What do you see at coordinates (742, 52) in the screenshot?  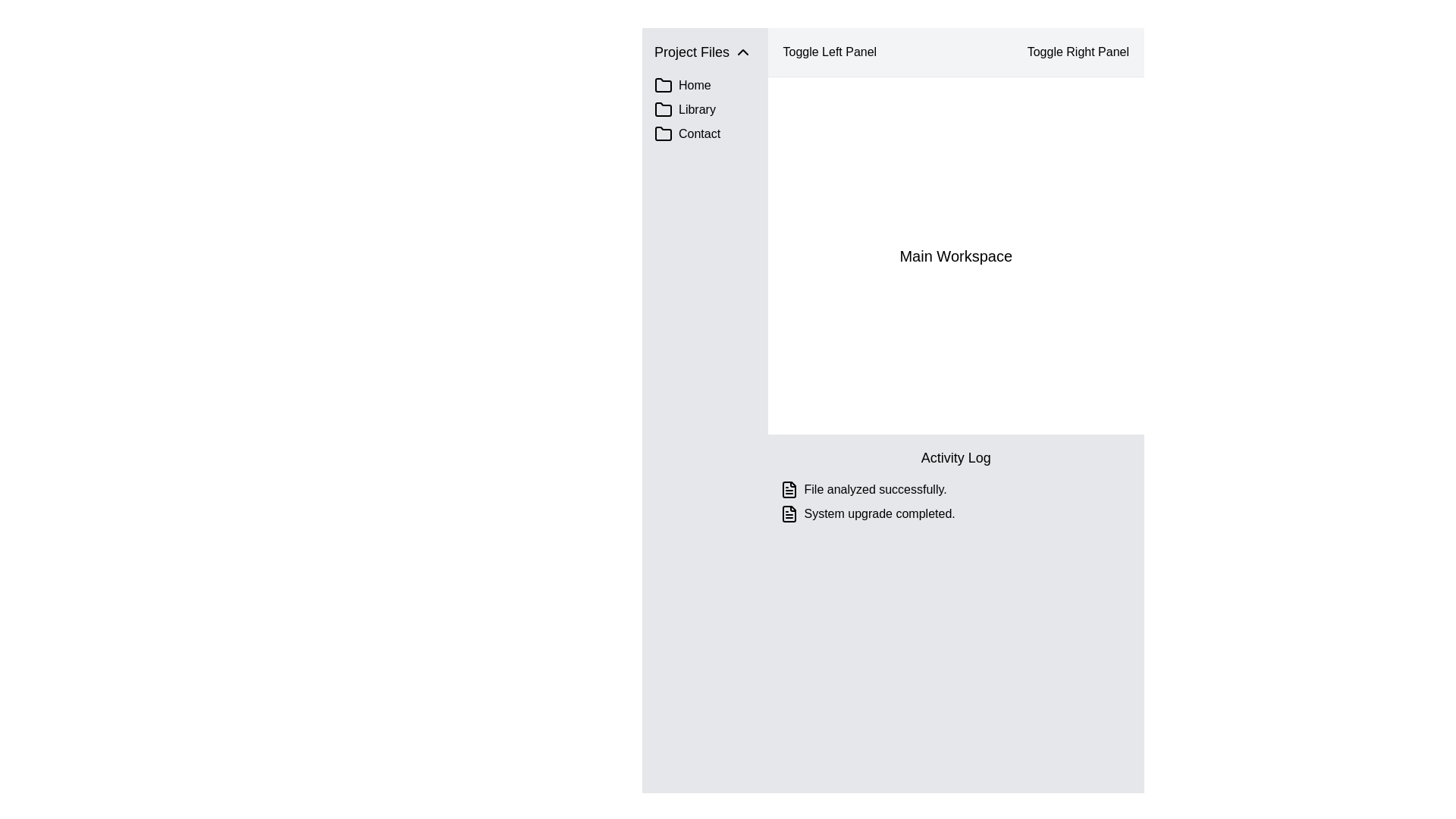 I see `the Chevron icon toggle button located to the right of the 'Project Files' text to potentially see a tooltip` at bounding box center [742, 52].